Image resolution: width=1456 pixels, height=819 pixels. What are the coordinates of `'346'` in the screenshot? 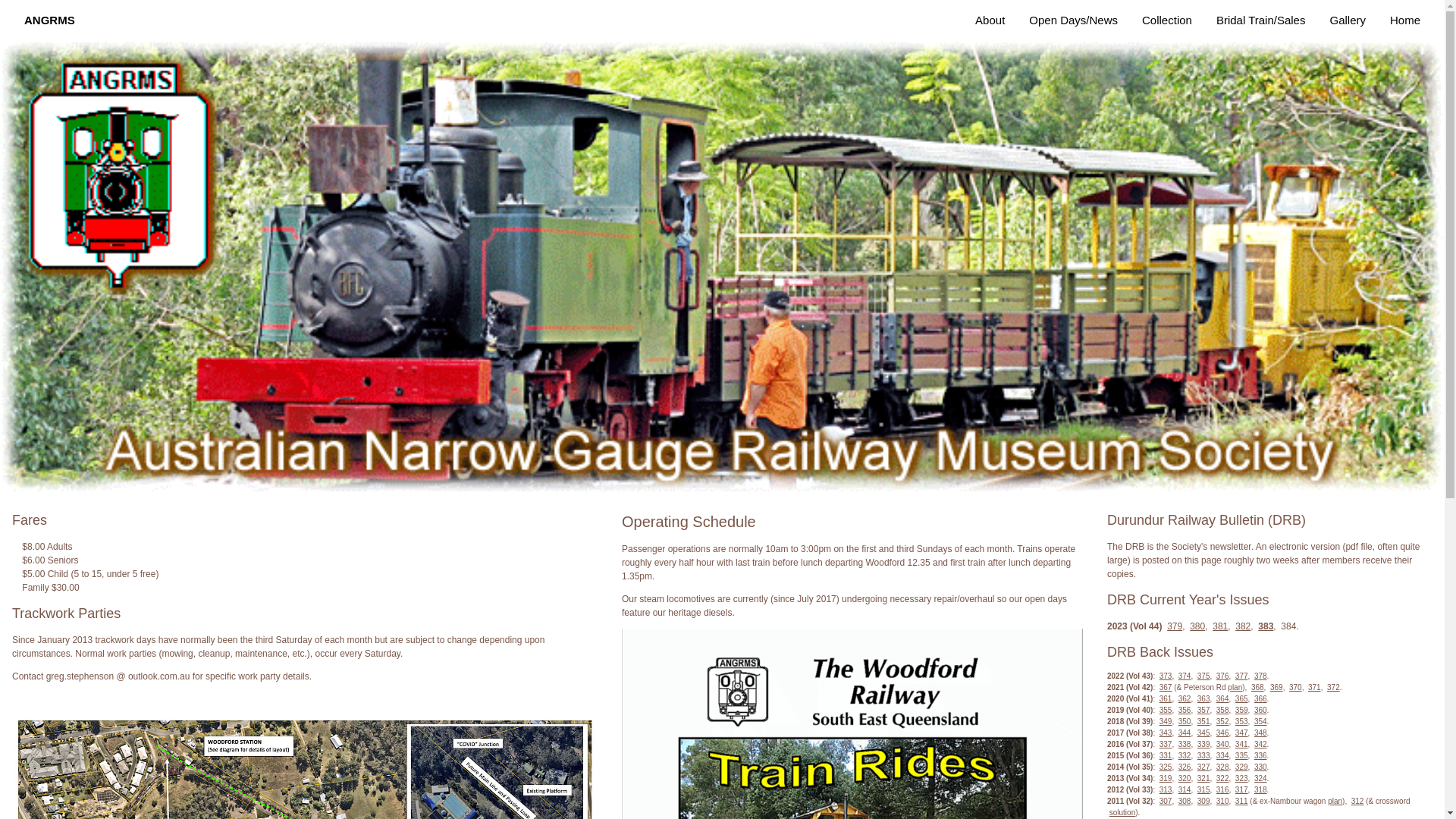 It's located at (1222, 732).